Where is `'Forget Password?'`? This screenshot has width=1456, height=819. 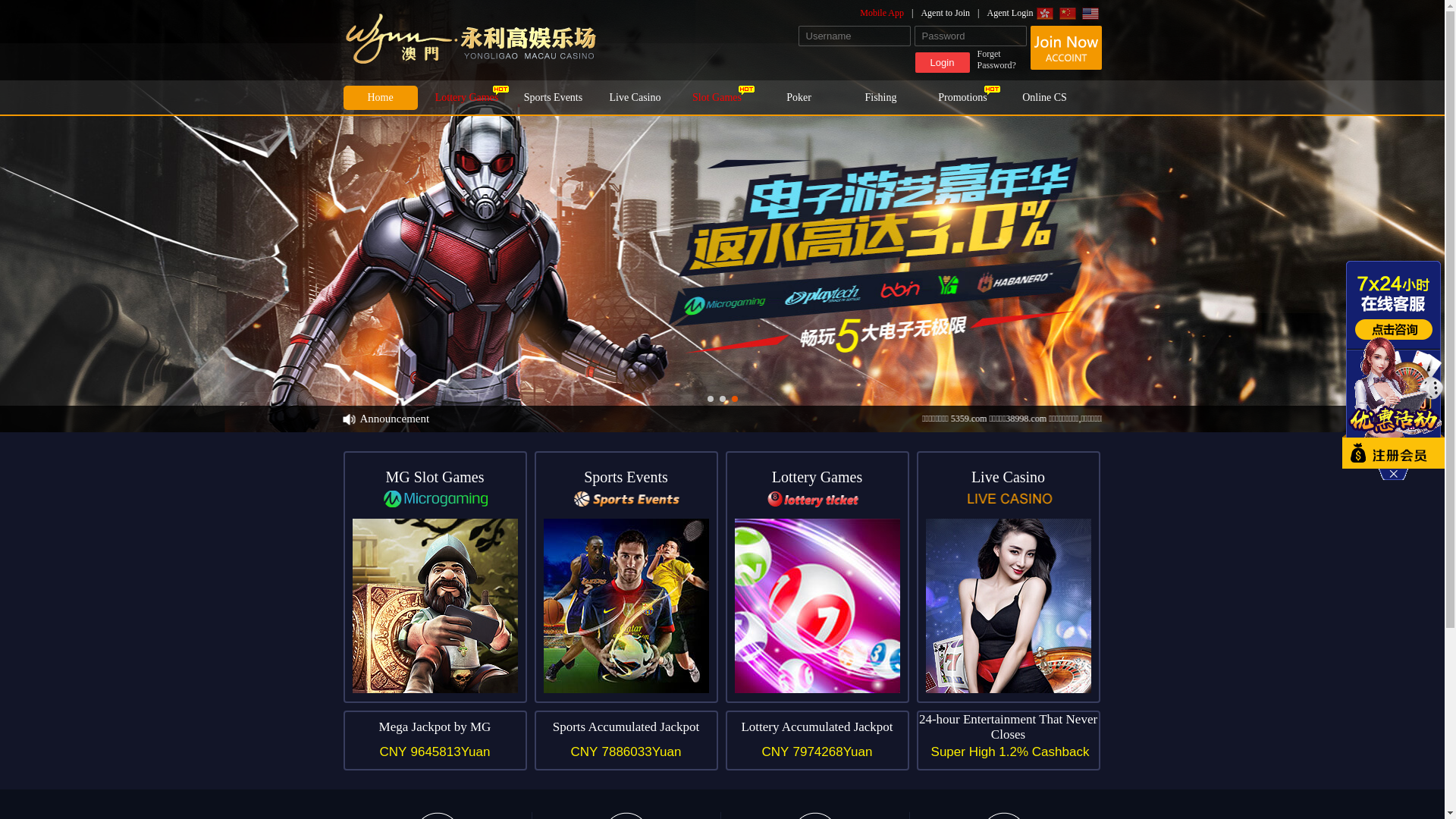 'Forget Password?' is located at coordinates (1001, 58).